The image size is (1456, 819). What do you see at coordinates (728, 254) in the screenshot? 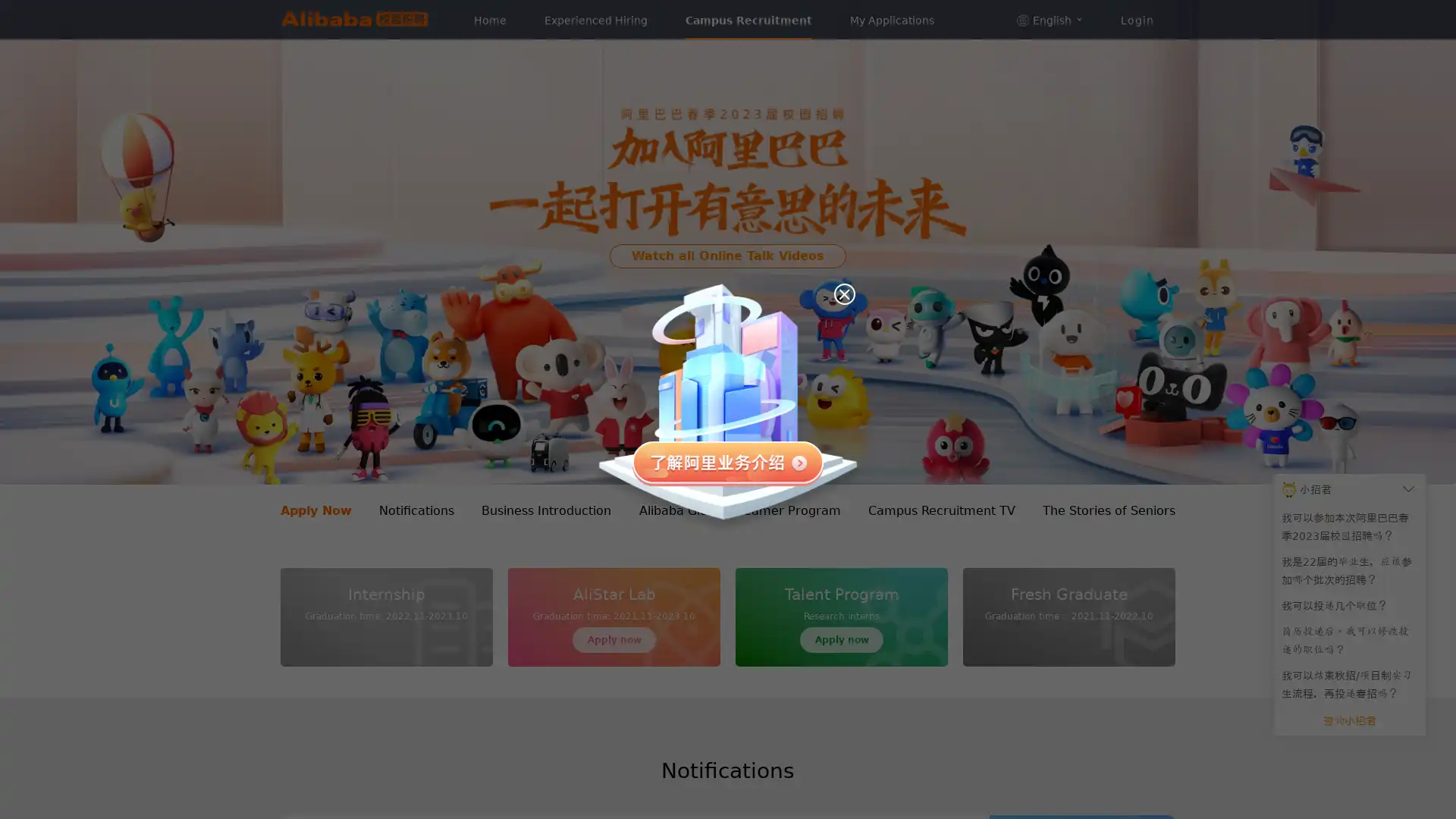
I see `Watch all Online Talk Videos` at bounding box center [728, 254].